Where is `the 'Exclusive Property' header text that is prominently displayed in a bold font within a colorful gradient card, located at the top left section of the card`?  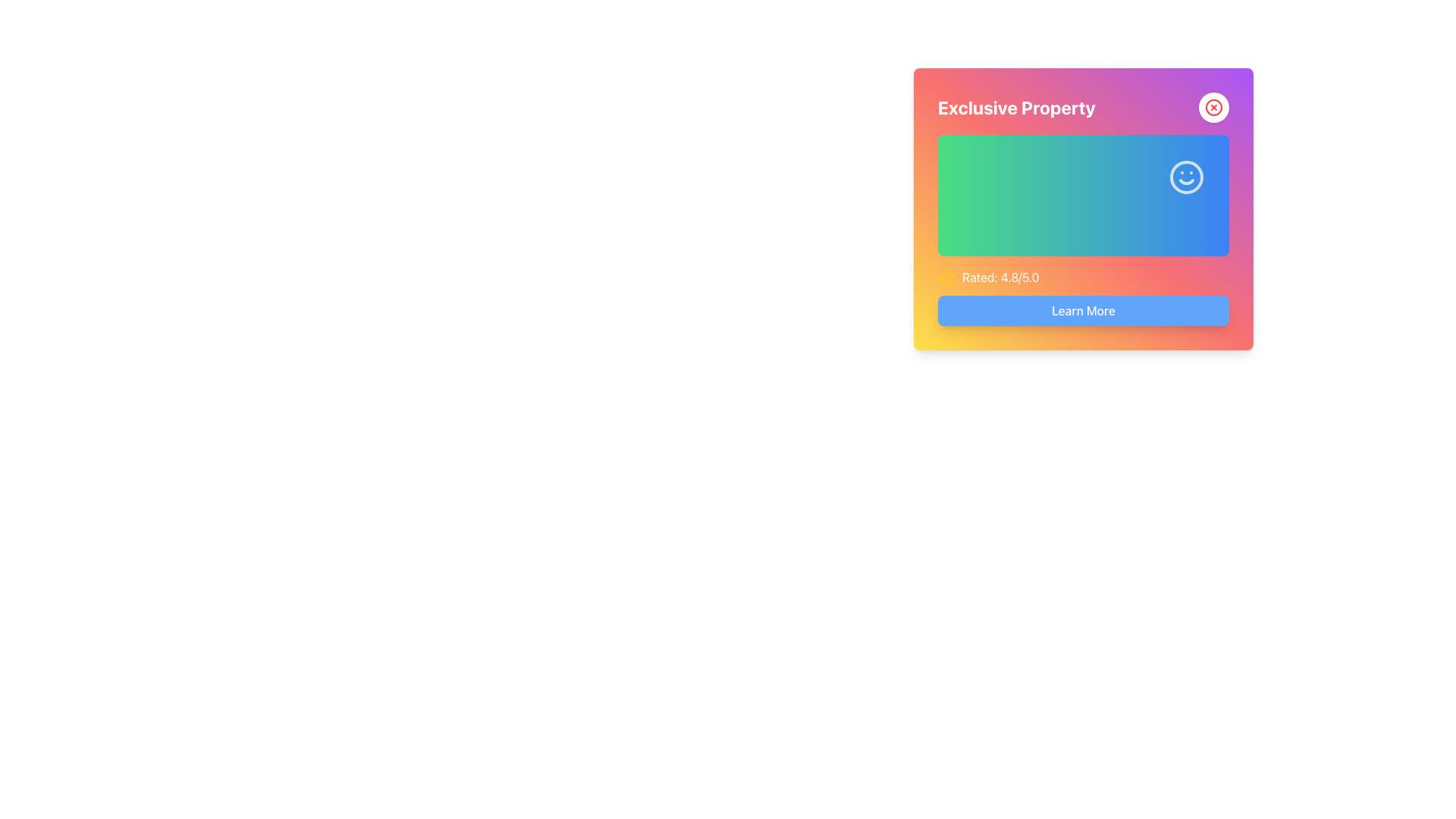
the 'Exclusive Property' header text that is prominently displayed in a bold font within a colorful gradient card, located at the top left section of the card is located at coordinates (1083, 107).